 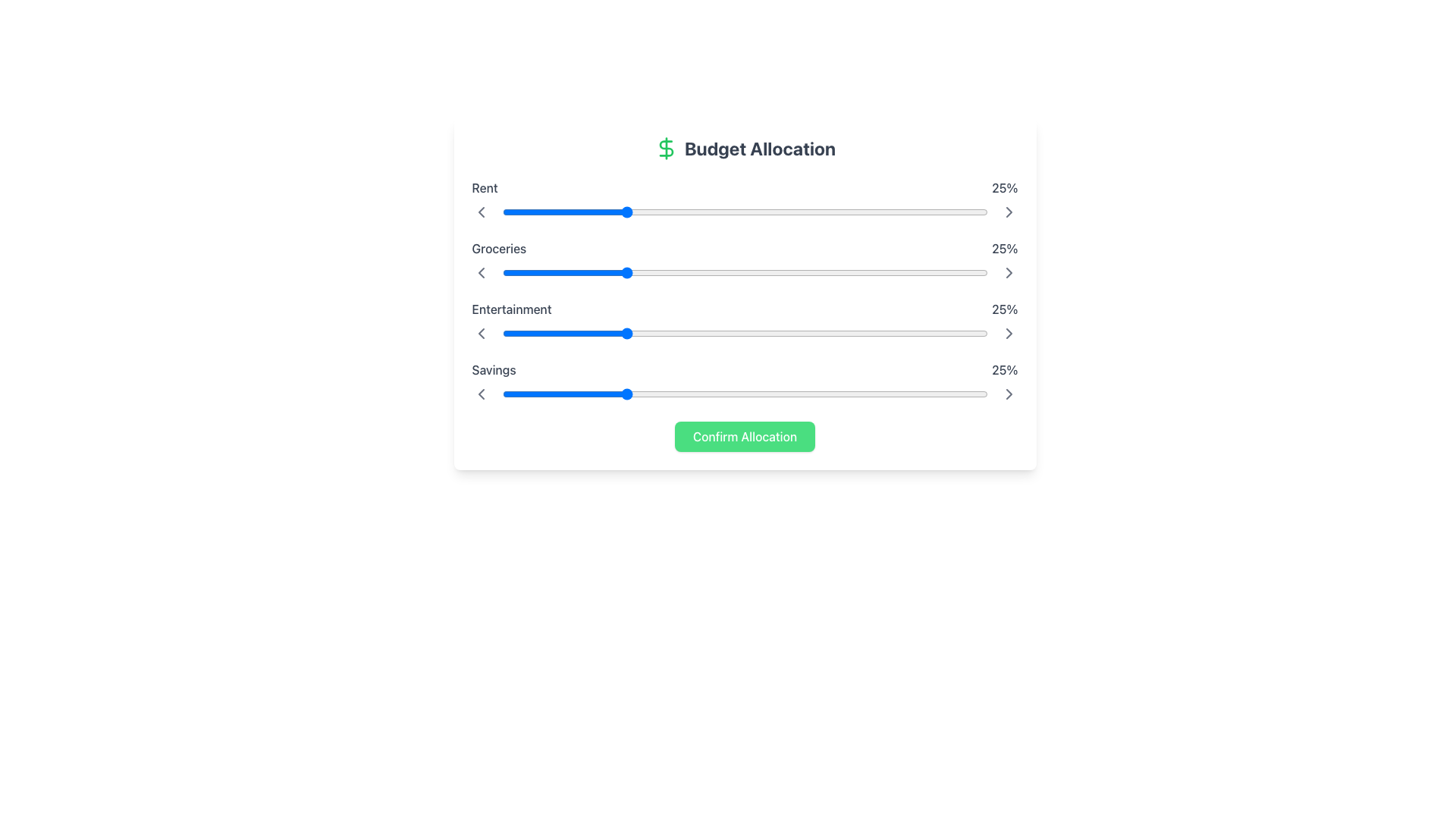 What do you see at coordinates (1009, 332) in the screenshot?
I see `the fourth right-pointing chevron icon button, which appears gray and changes to a darker shade when hovered over` at bounding box center [1009, 332].